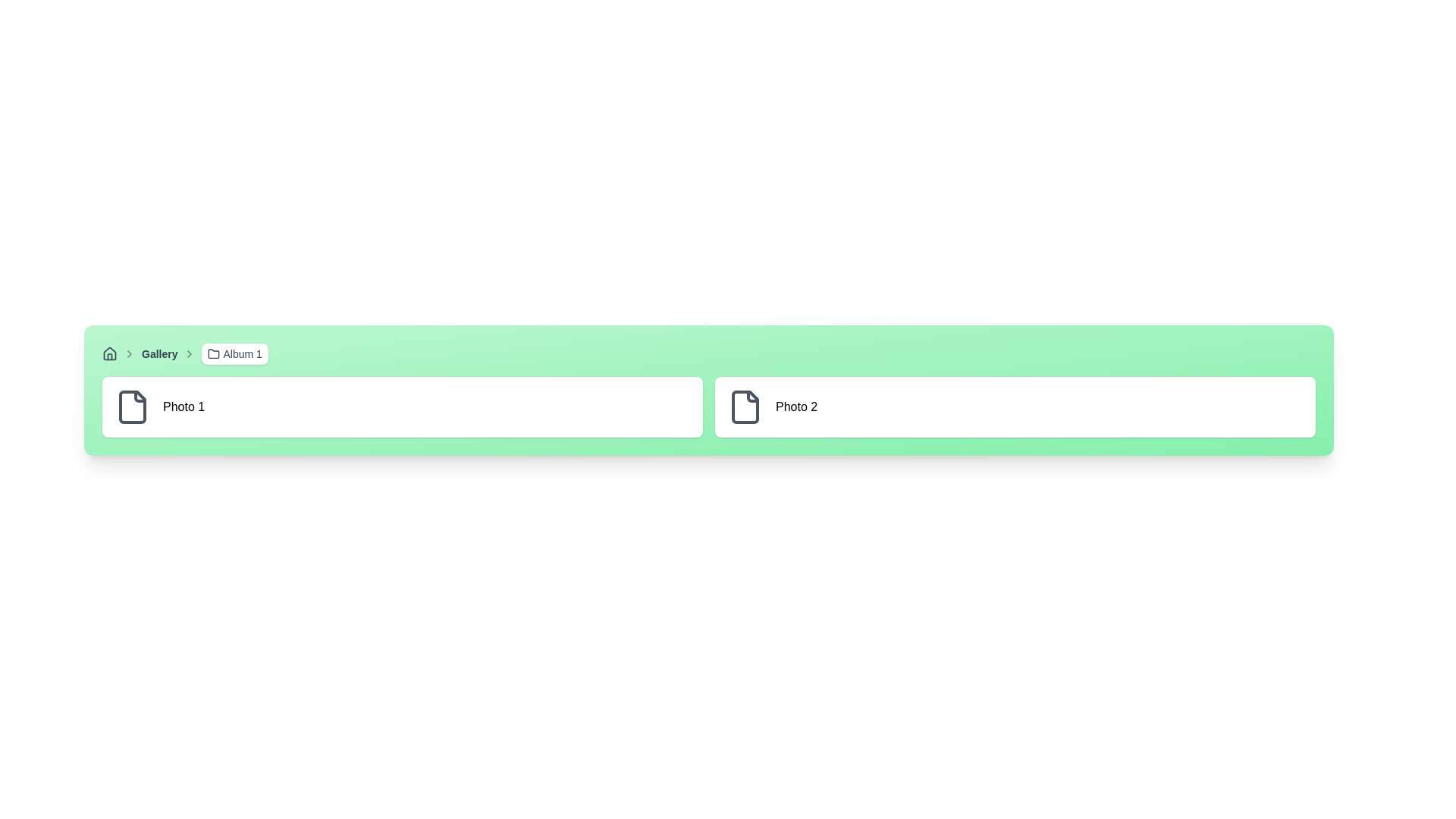 Image resolution: width=1456 pixels, height=819 pixels. I want to click on the small file or document icon with dark gray outlines located at the start of the item labeled 'Photo 1', so click(132, 406).